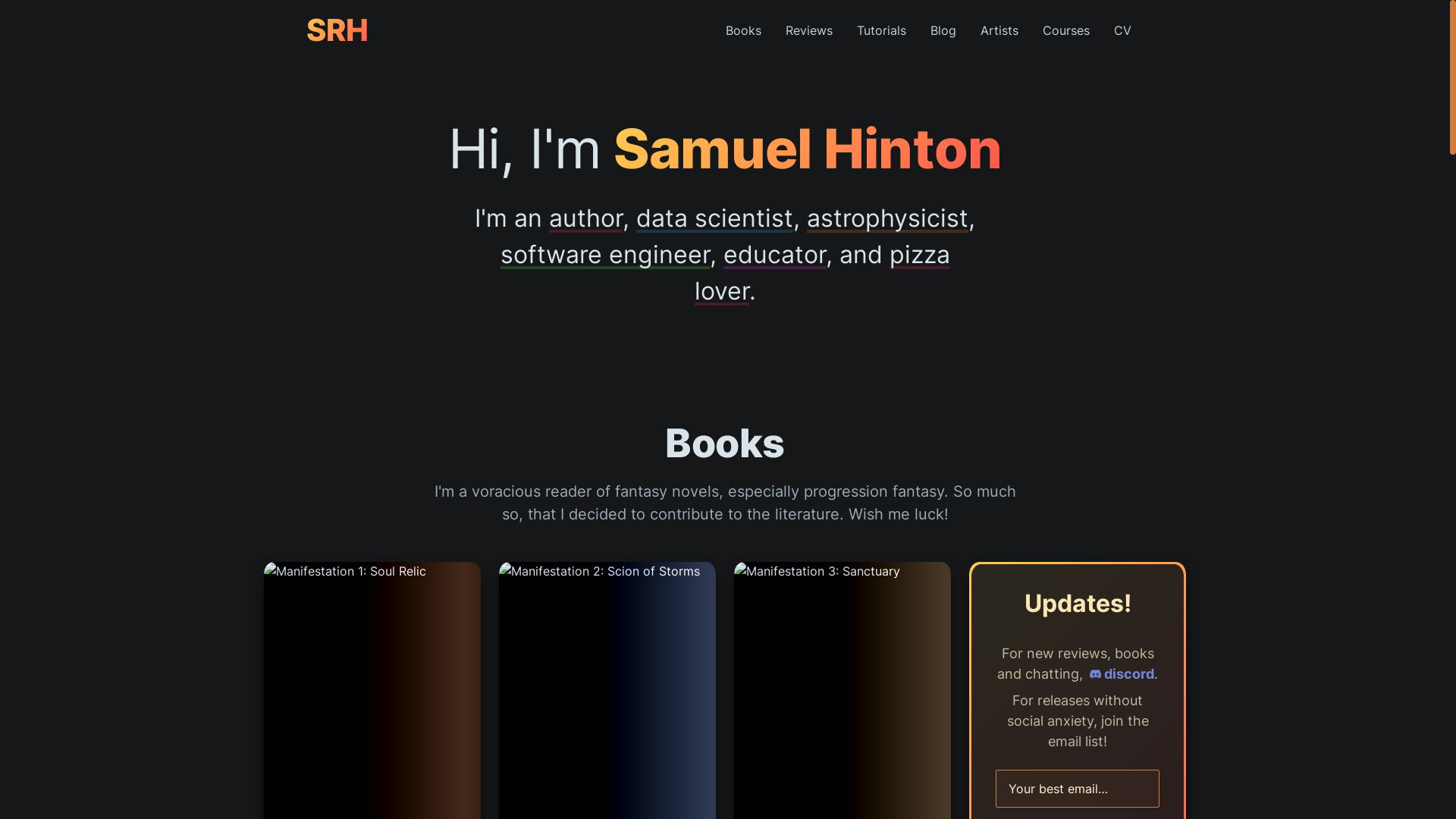  I want to click on 'Blog', so click(942, 30).